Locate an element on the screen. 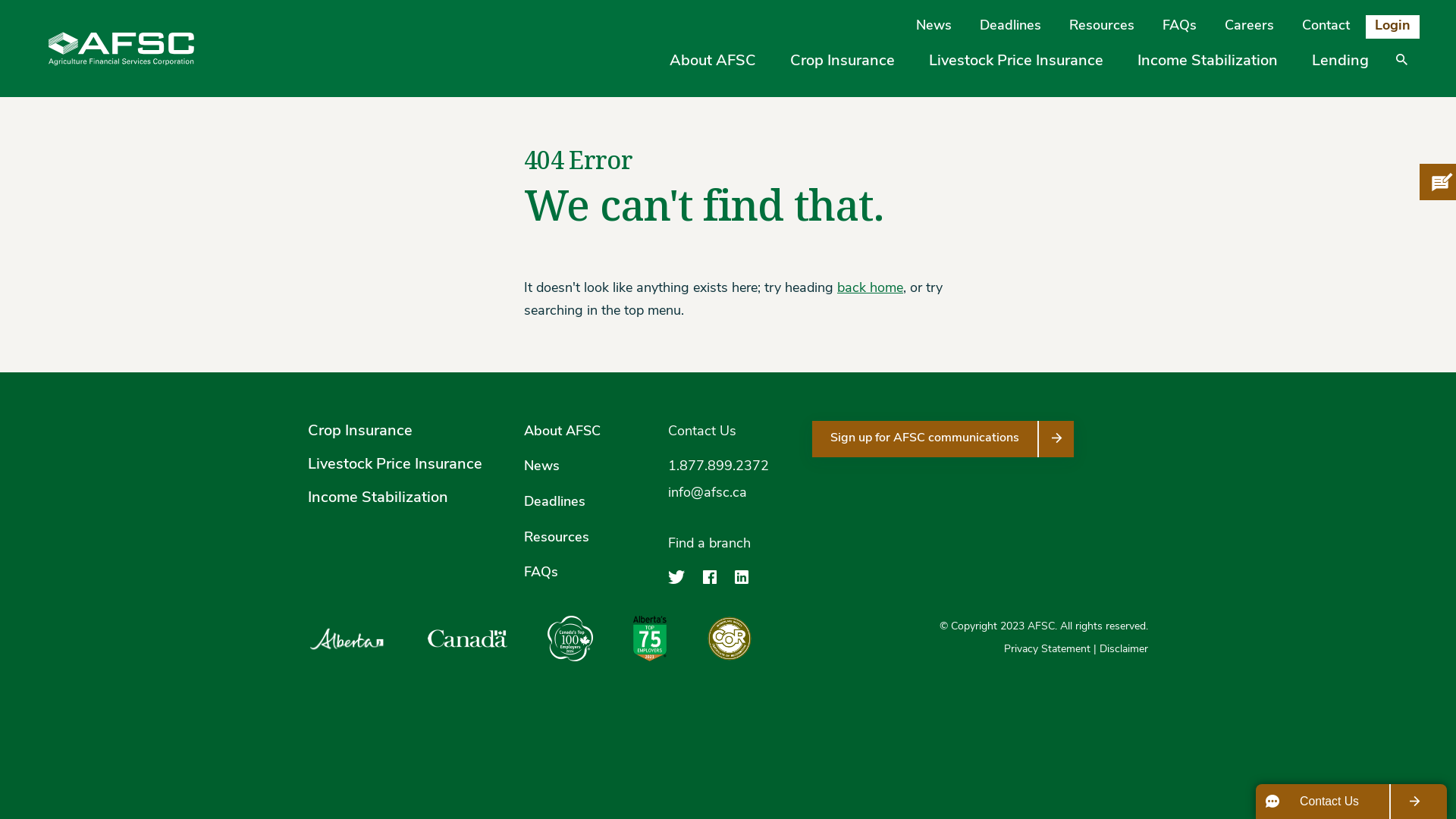 The height and width of the screenshot is (819, 1456). 'Disclaimer' is located at coordinates (1124, 648).